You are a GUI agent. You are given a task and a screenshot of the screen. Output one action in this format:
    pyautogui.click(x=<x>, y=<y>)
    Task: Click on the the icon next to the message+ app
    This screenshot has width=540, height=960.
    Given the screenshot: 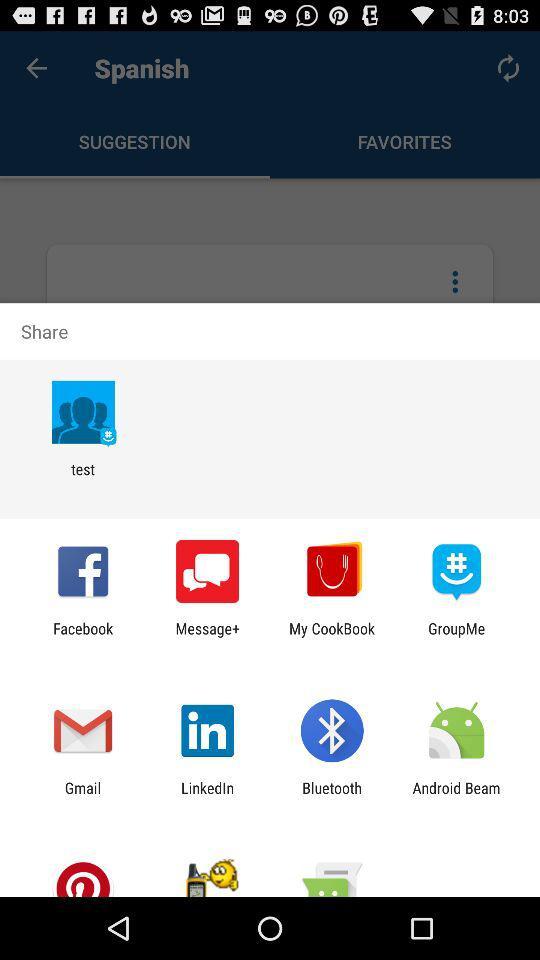 What is the action you would take?
    pyautogui.click(x=332, y=636)
    